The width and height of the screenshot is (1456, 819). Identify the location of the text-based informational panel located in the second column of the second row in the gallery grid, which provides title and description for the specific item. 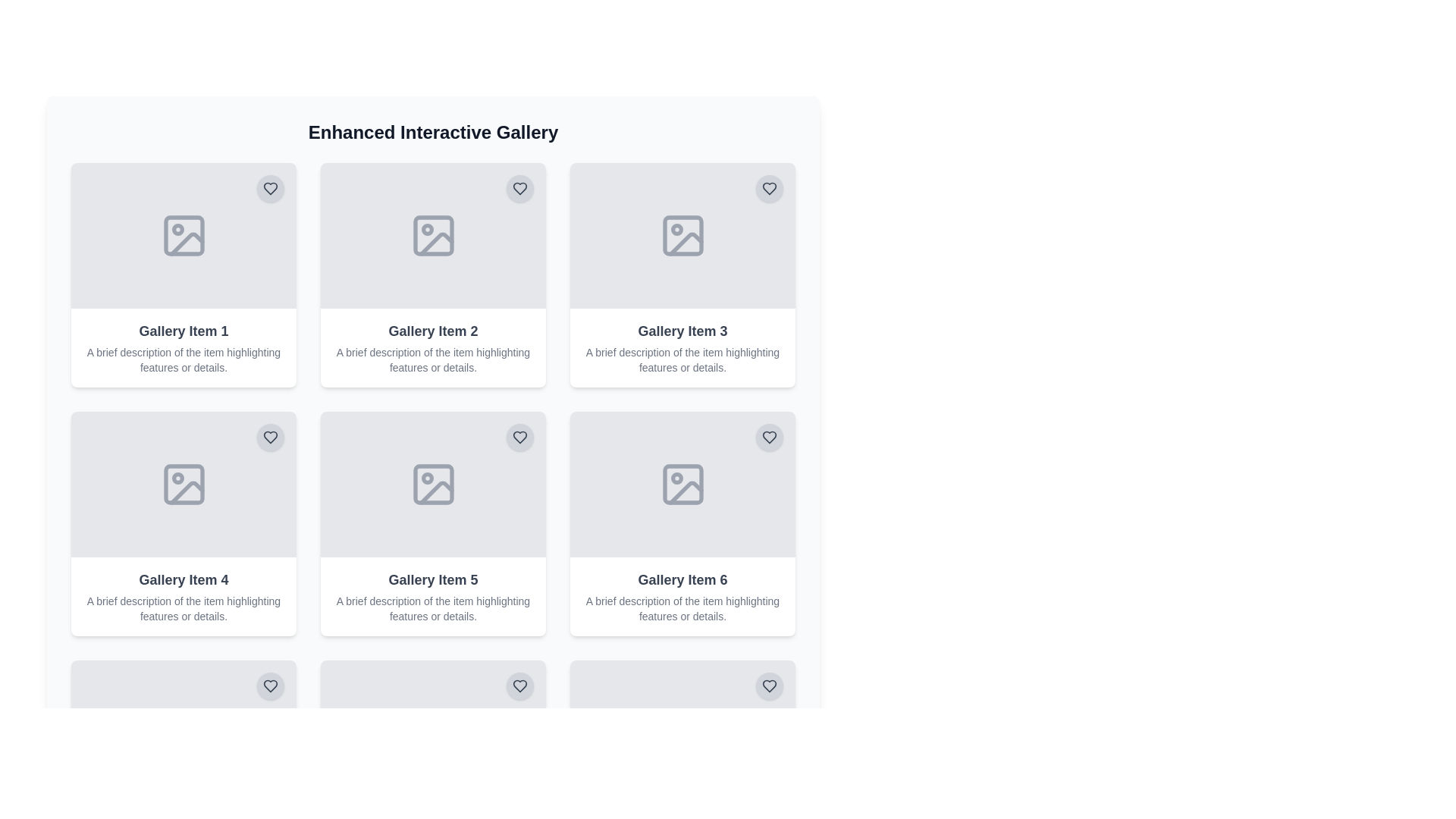
(682, 348).